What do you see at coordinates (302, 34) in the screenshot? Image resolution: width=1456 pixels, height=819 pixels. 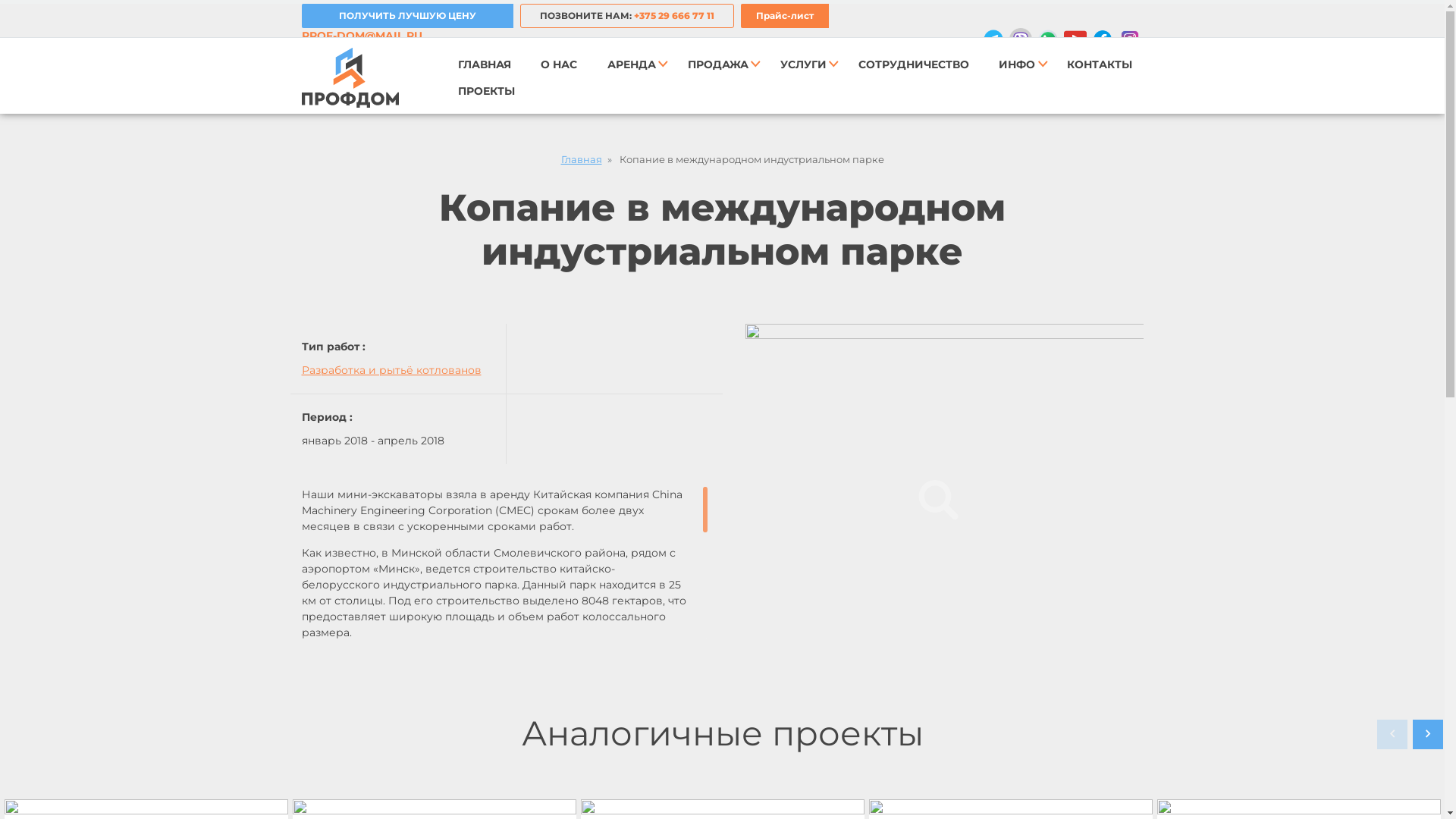 I see `'PROF-DOM@MAIL.RU'` at bounding box center [302, 34].